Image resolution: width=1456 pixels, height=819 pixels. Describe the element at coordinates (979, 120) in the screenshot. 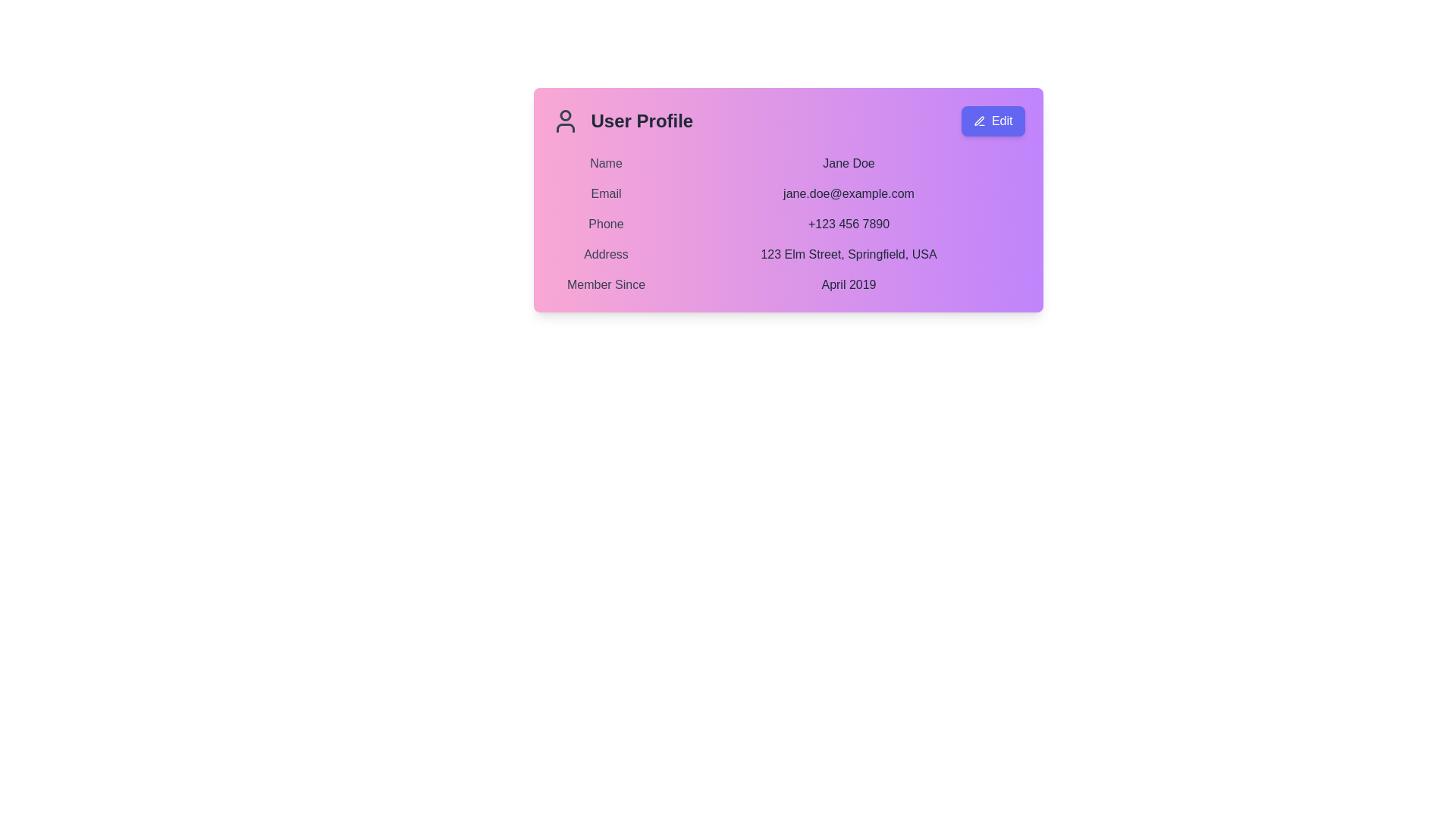

I see `the decorative icon for the 'Edit' button, located at the top-right of the user profile information card` at that location.